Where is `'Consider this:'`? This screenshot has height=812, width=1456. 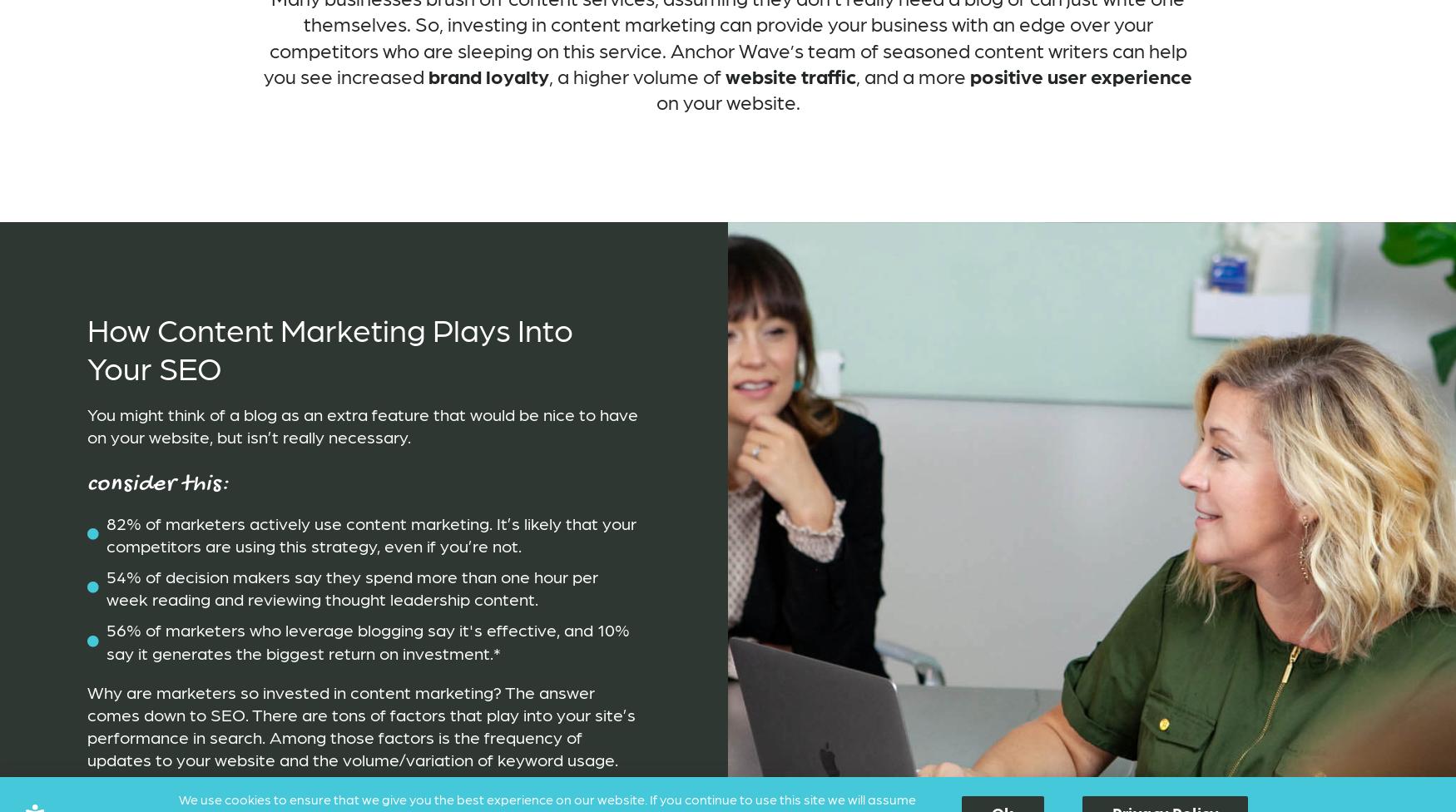 'Consider this:' is located at coordinates (158, 484).